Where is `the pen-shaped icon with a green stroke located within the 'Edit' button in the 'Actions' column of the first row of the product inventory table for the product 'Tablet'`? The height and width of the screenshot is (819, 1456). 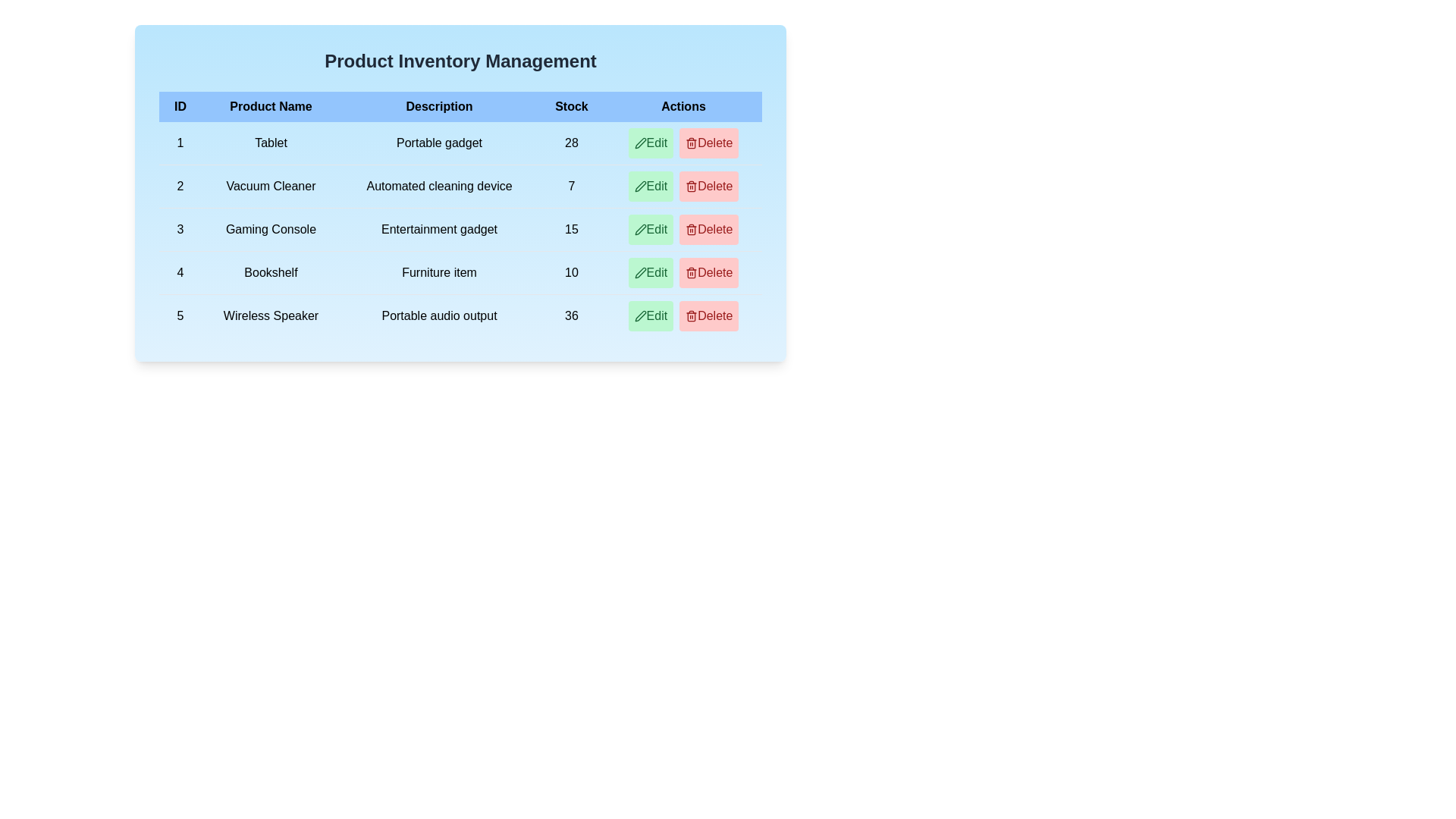
the pen-shaped icon with a green stroke located within the 'Edit' button in the 'Actions' column of the first row of the product inventory table for the product 'Tablet' is located at coordinates (640, 143).